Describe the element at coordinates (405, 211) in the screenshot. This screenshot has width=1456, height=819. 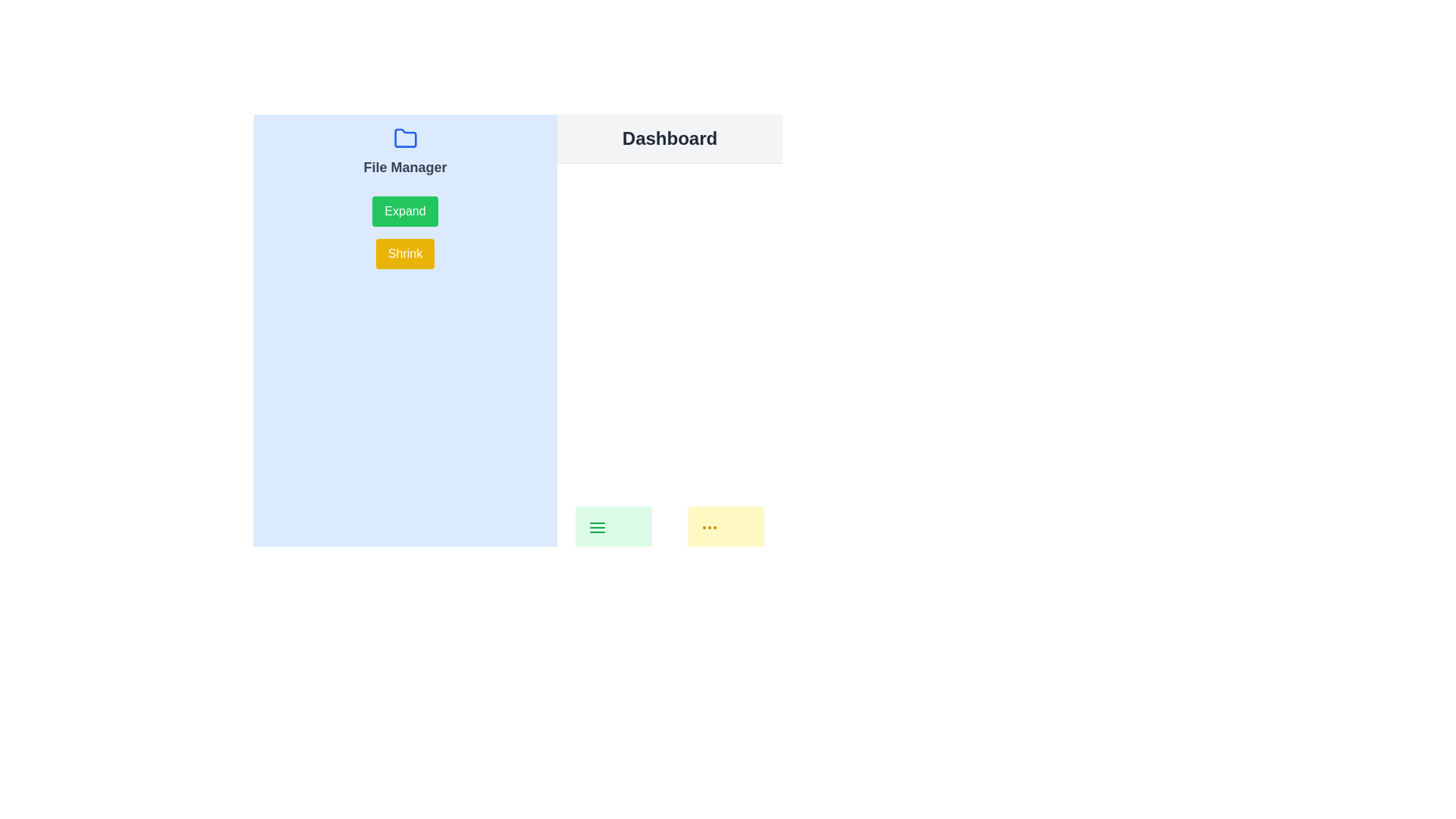
I see `the green 'Expand' button with rounded corners located in the 'File Manager' sidebar` at that location.